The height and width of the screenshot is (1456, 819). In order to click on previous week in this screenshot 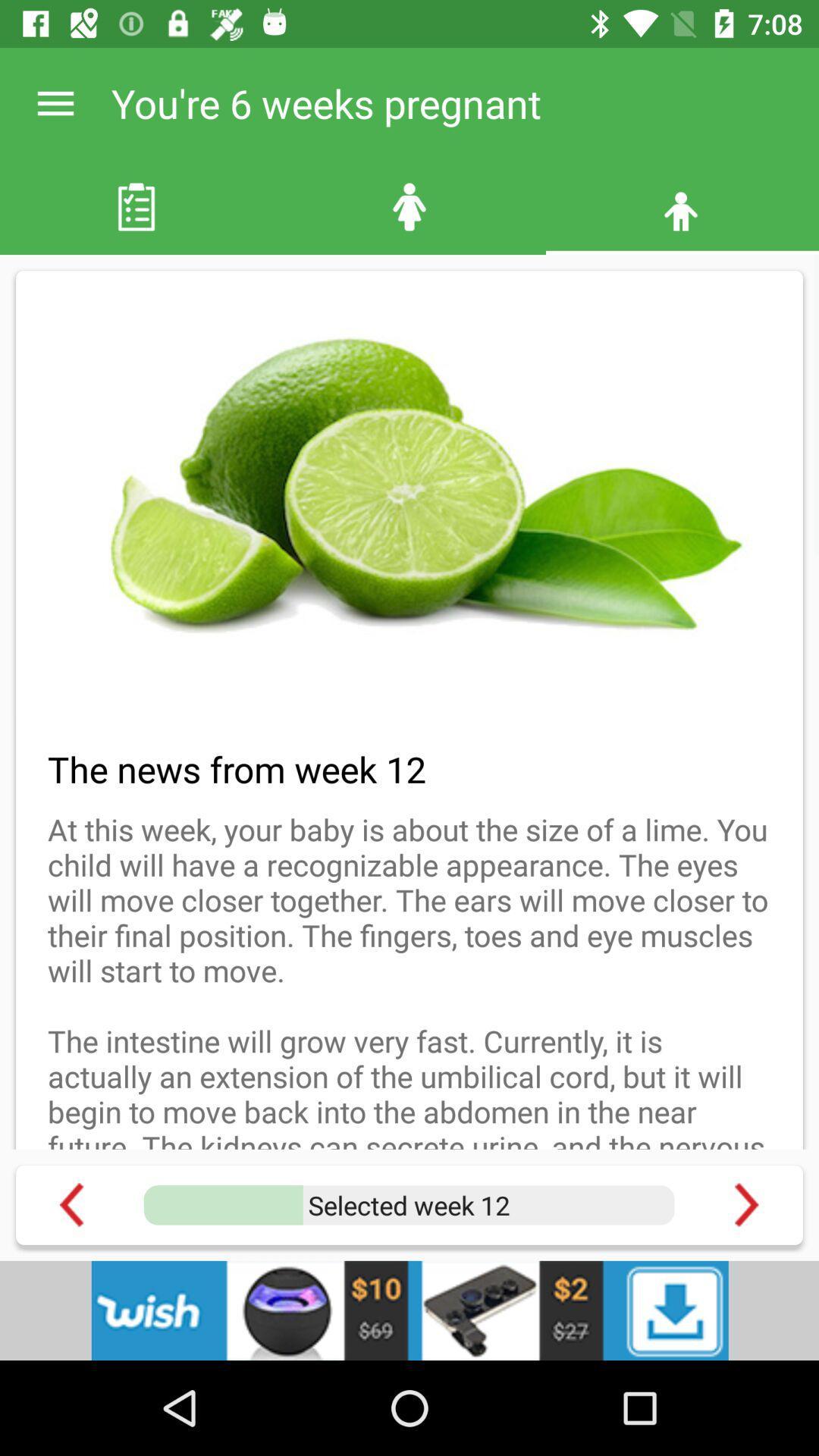, I will do `click(71, 1204)`.